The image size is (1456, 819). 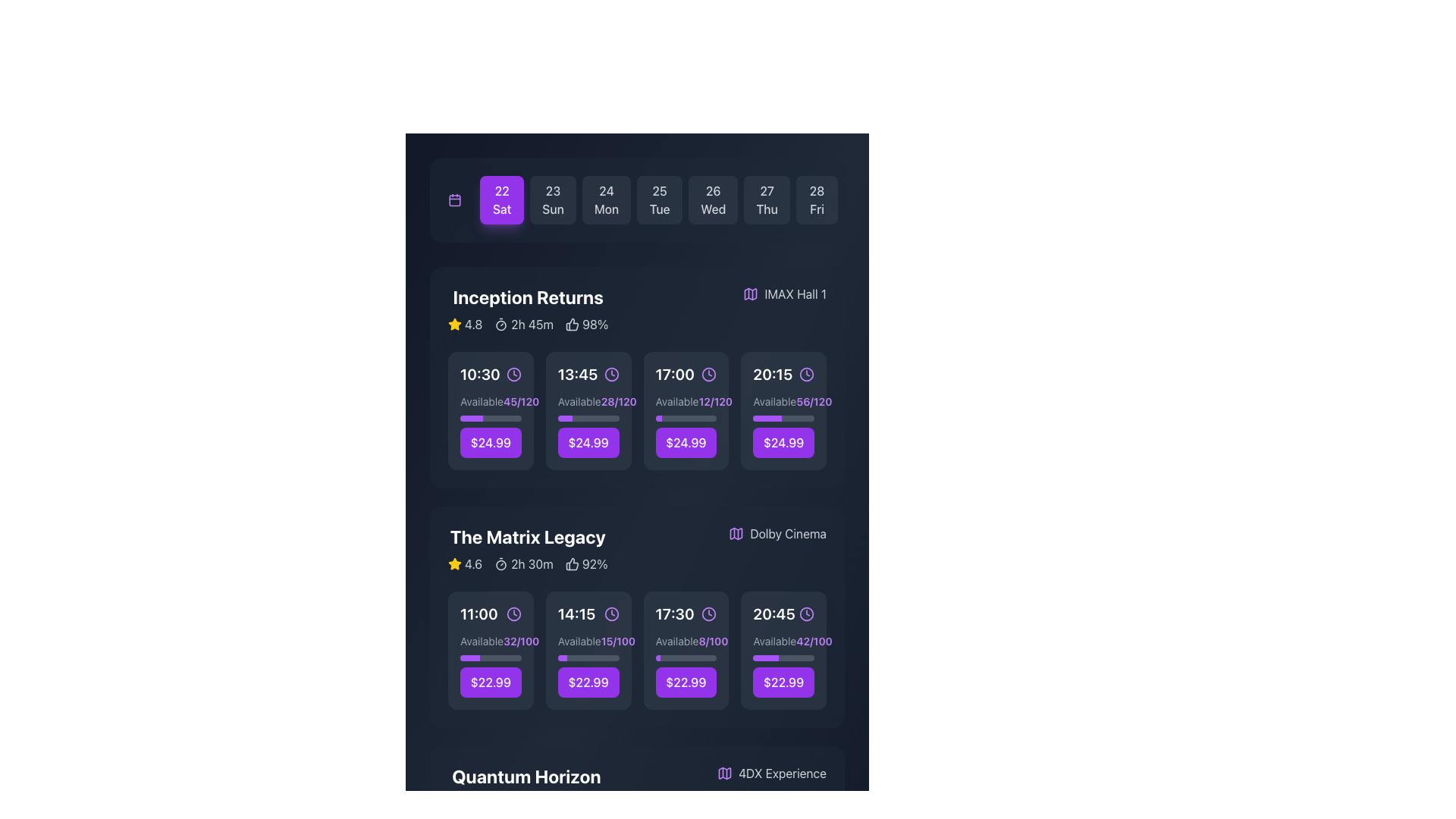 What do you see at coordinates (692, 649) in the screenshot?
I see `the text label indicating the action of selecting seats for the '17:30' showtime of 'The Matrix Legacy' located within the button in the bottom right section of the card` at bounding box center [692, 649].